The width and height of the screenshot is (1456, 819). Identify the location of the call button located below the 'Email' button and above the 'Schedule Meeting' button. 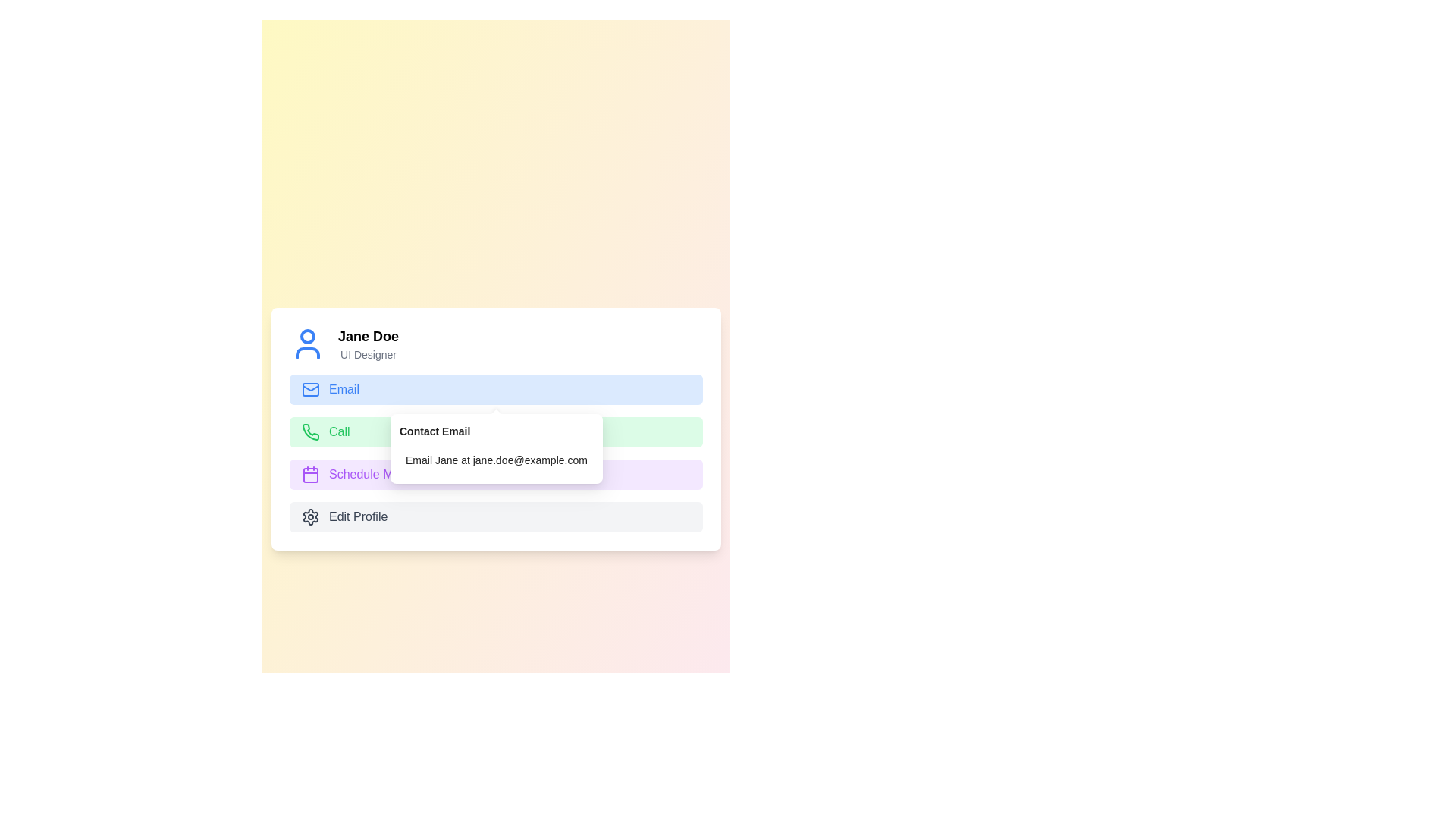
(496, 432).